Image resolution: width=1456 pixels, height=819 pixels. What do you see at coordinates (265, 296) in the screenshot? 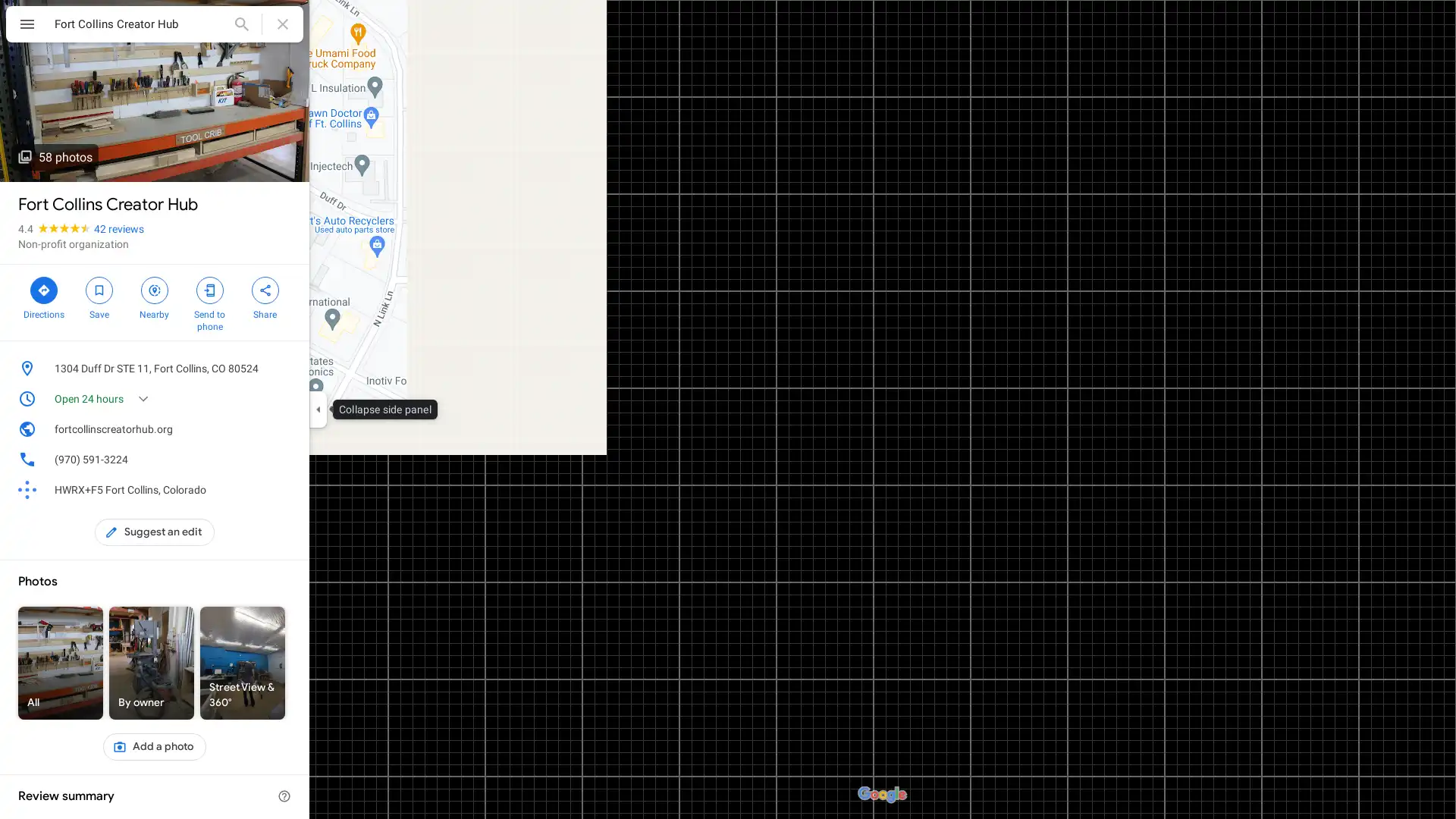
I see `Share Fort Collins Creator Hub` at bounding box center [265, 296].